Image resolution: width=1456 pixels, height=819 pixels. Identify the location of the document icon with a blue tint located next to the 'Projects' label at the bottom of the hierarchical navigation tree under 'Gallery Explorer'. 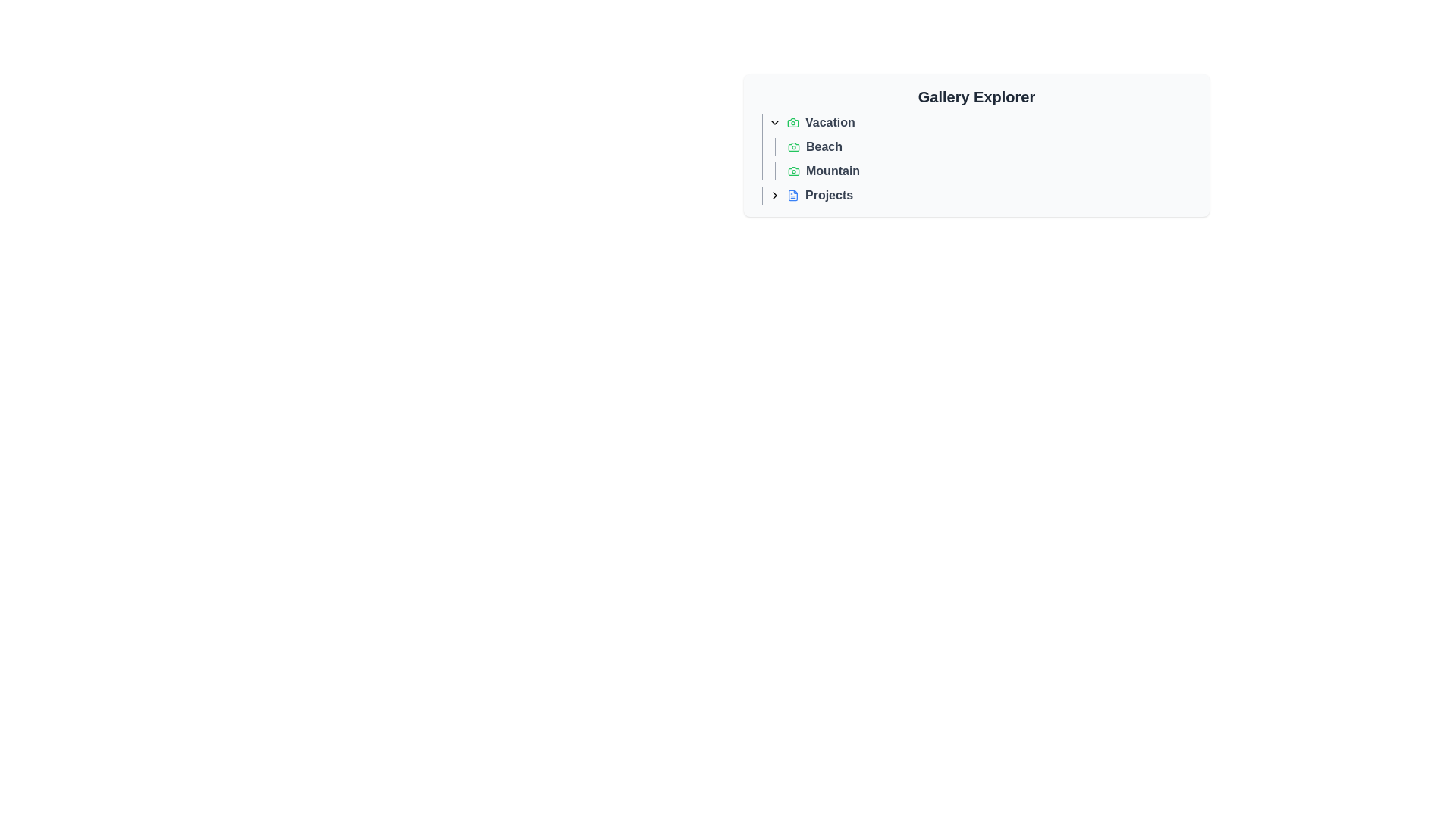
(792, 194).